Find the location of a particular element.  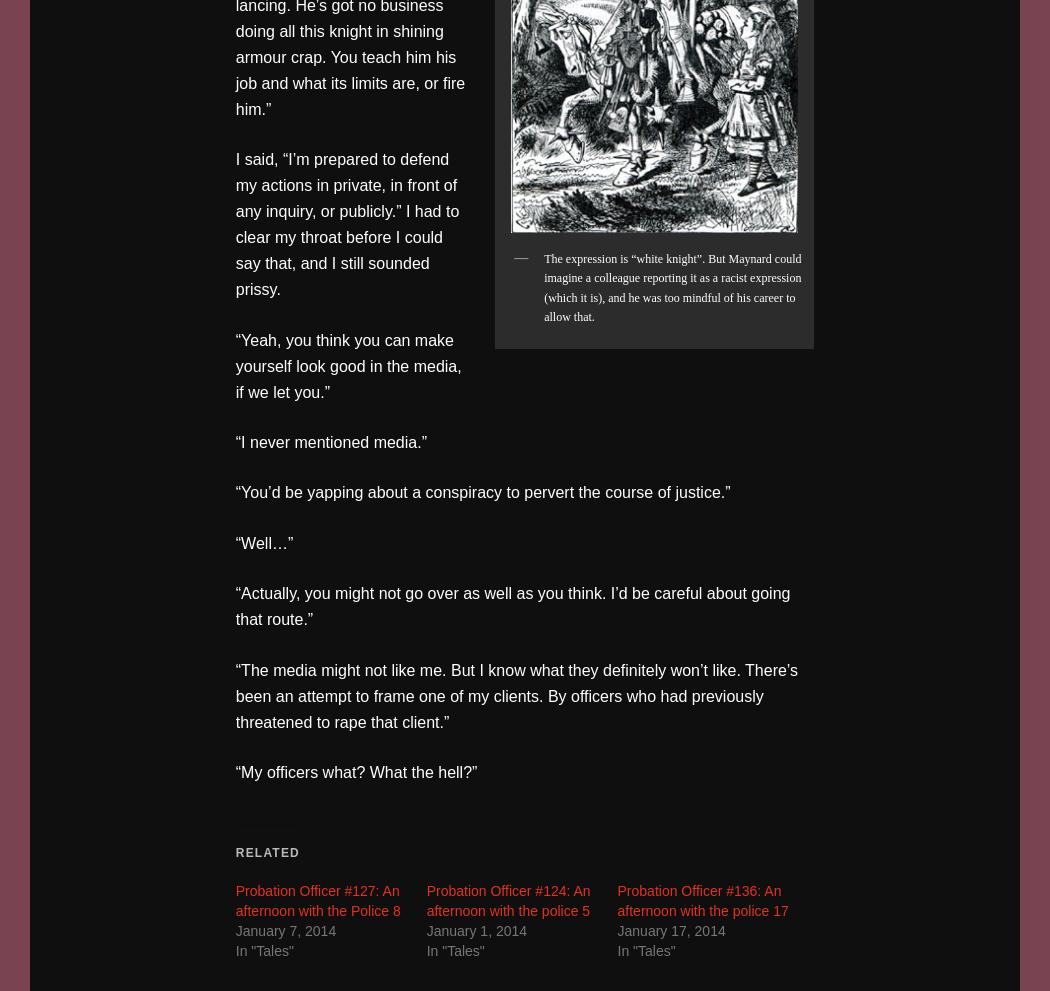

'“I never mentioned media.”' is located at coordinates (330, 442).